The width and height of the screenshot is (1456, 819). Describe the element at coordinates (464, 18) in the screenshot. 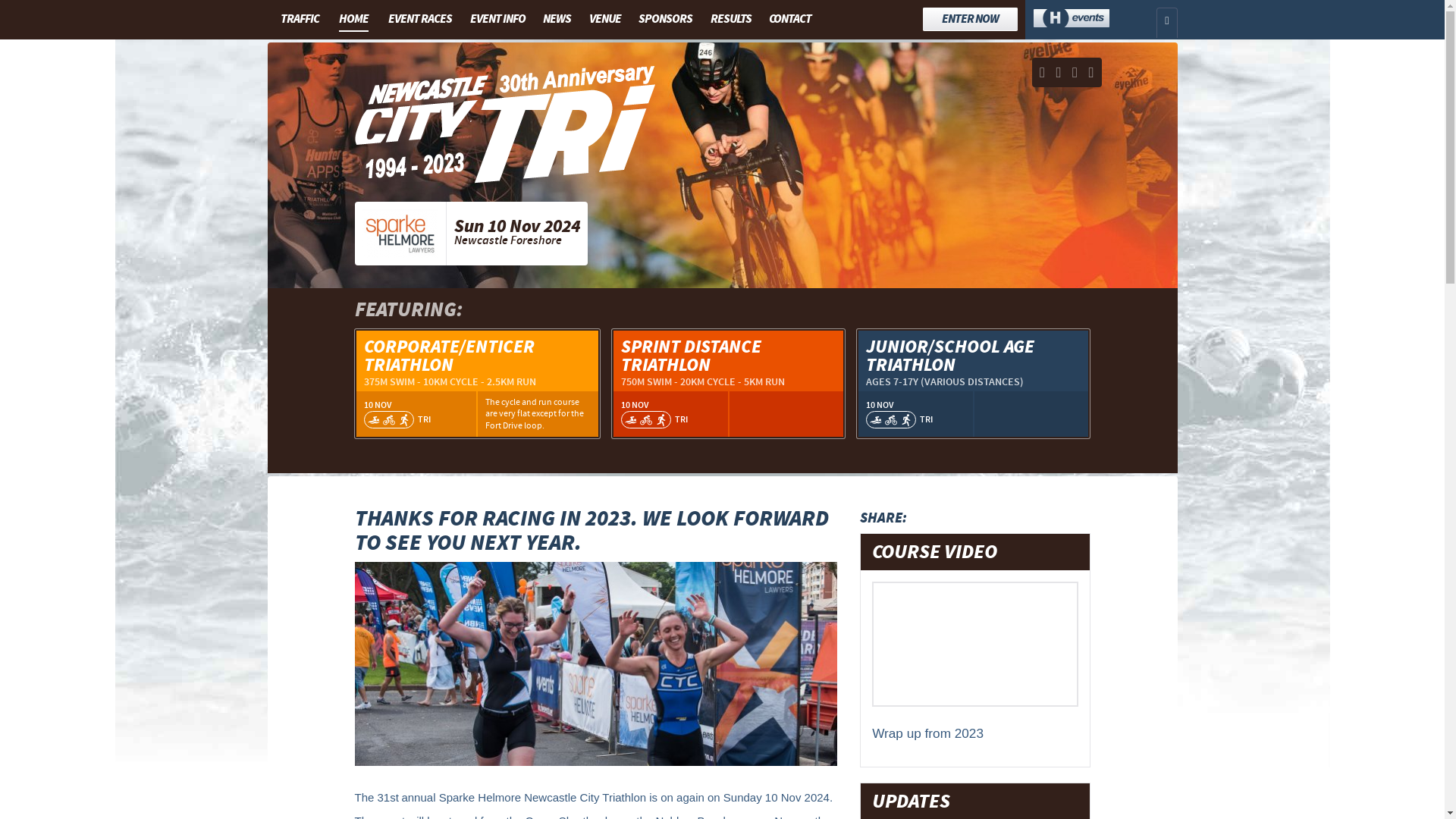

I see `'EVENT INFO'` at that location.